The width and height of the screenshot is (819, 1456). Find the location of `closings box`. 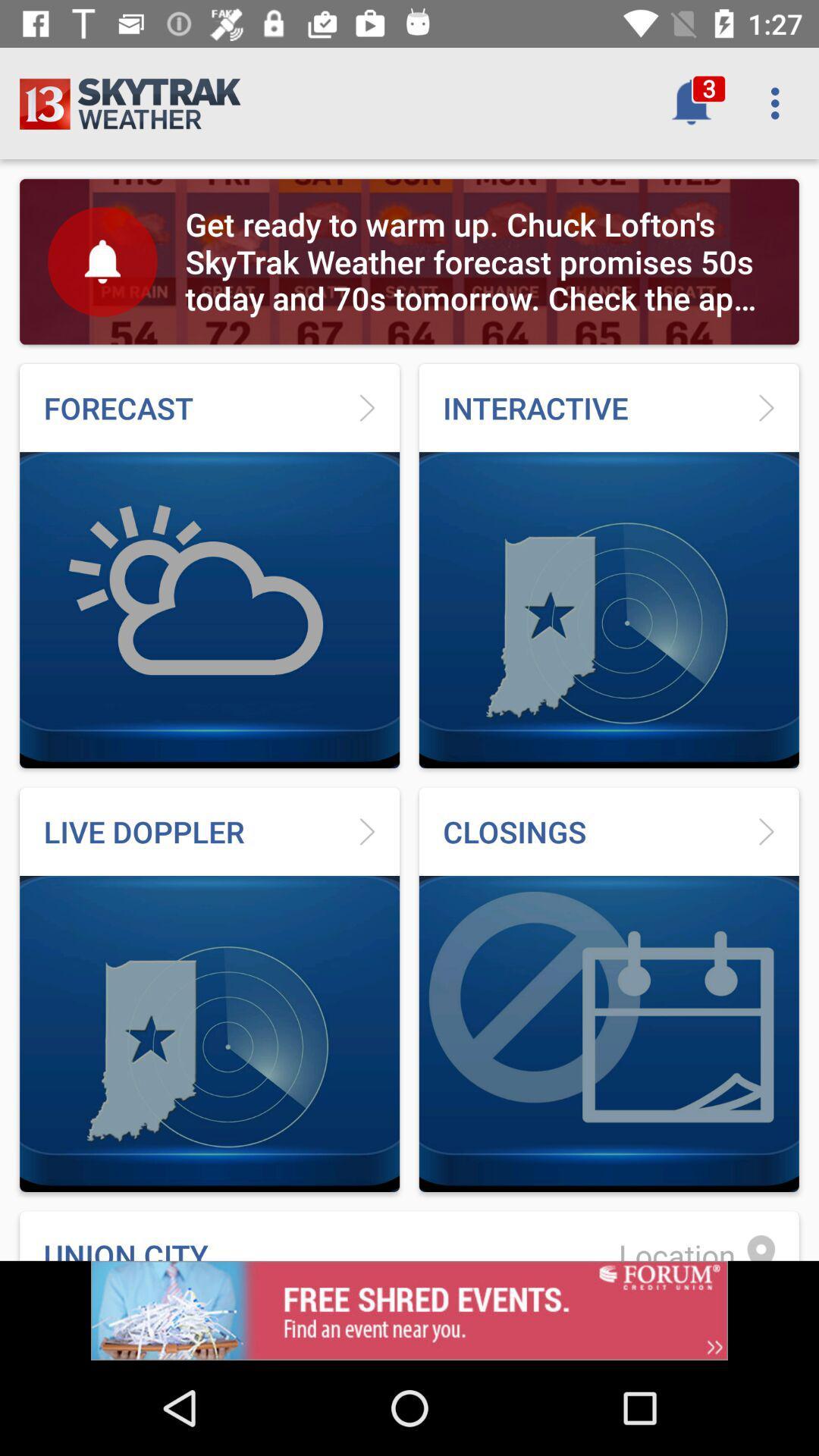

closings box is located at coordinates (608, 990).